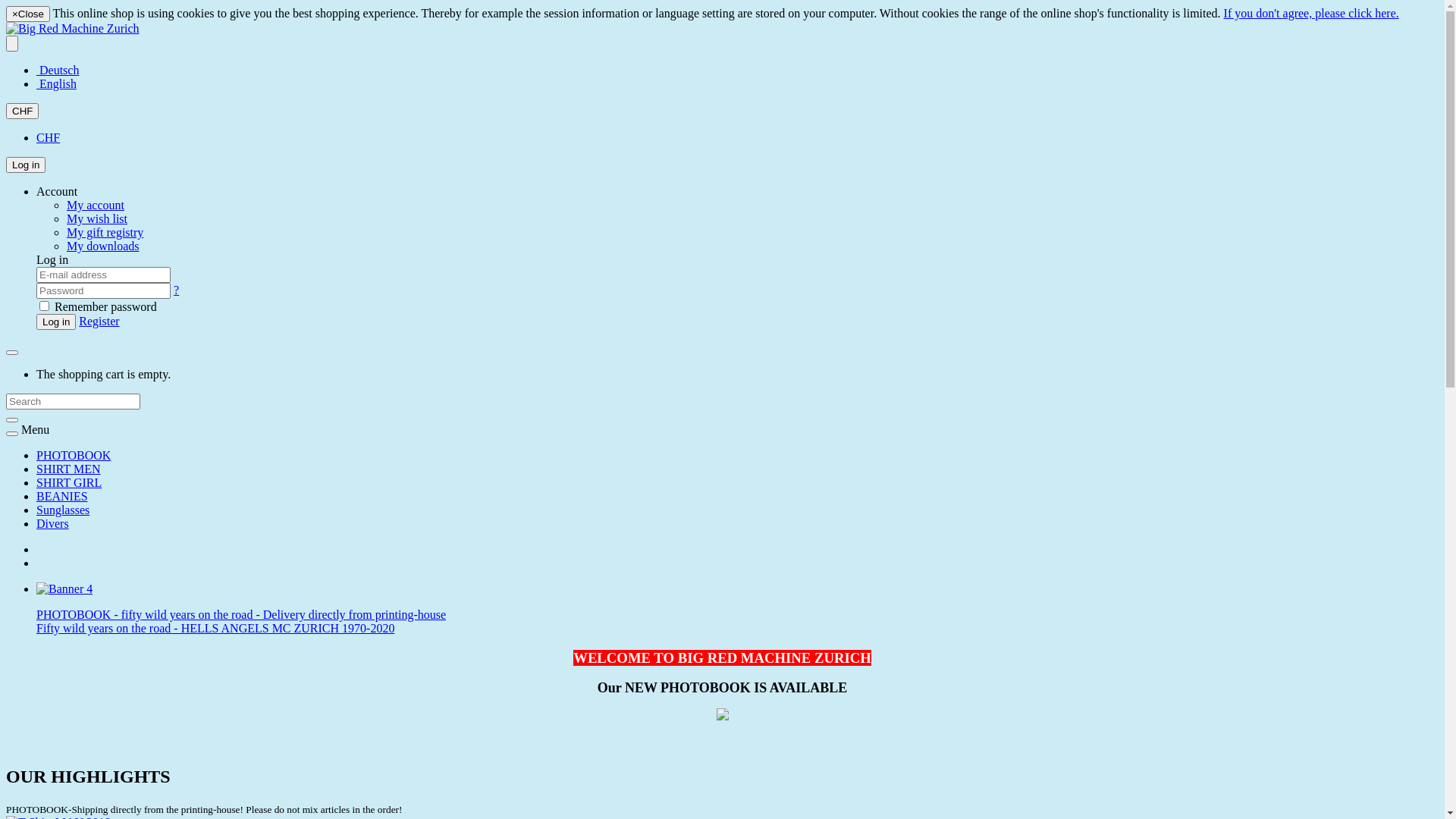 The height and width of the screenshot is (819, 1456). Describe the element at coordinates (65, 232) in the screenshot. I see `'My gift registry'` at that location.